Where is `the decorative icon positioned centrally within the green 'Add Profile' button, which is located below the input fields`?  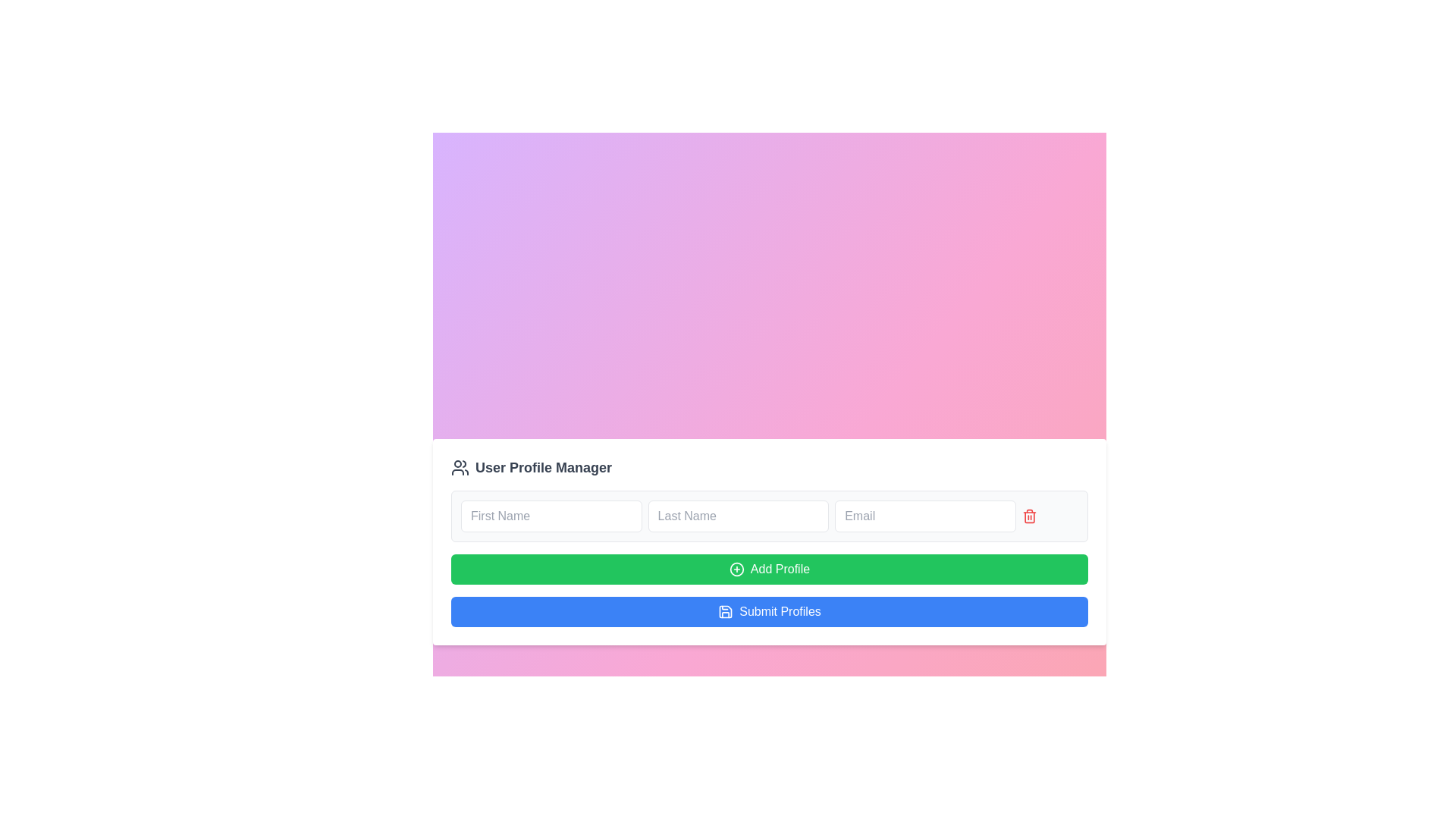
the decorative icon positioned centrally within the green 'Add Profile' button, which is located below the input fields is located at coordinates (736, 570).